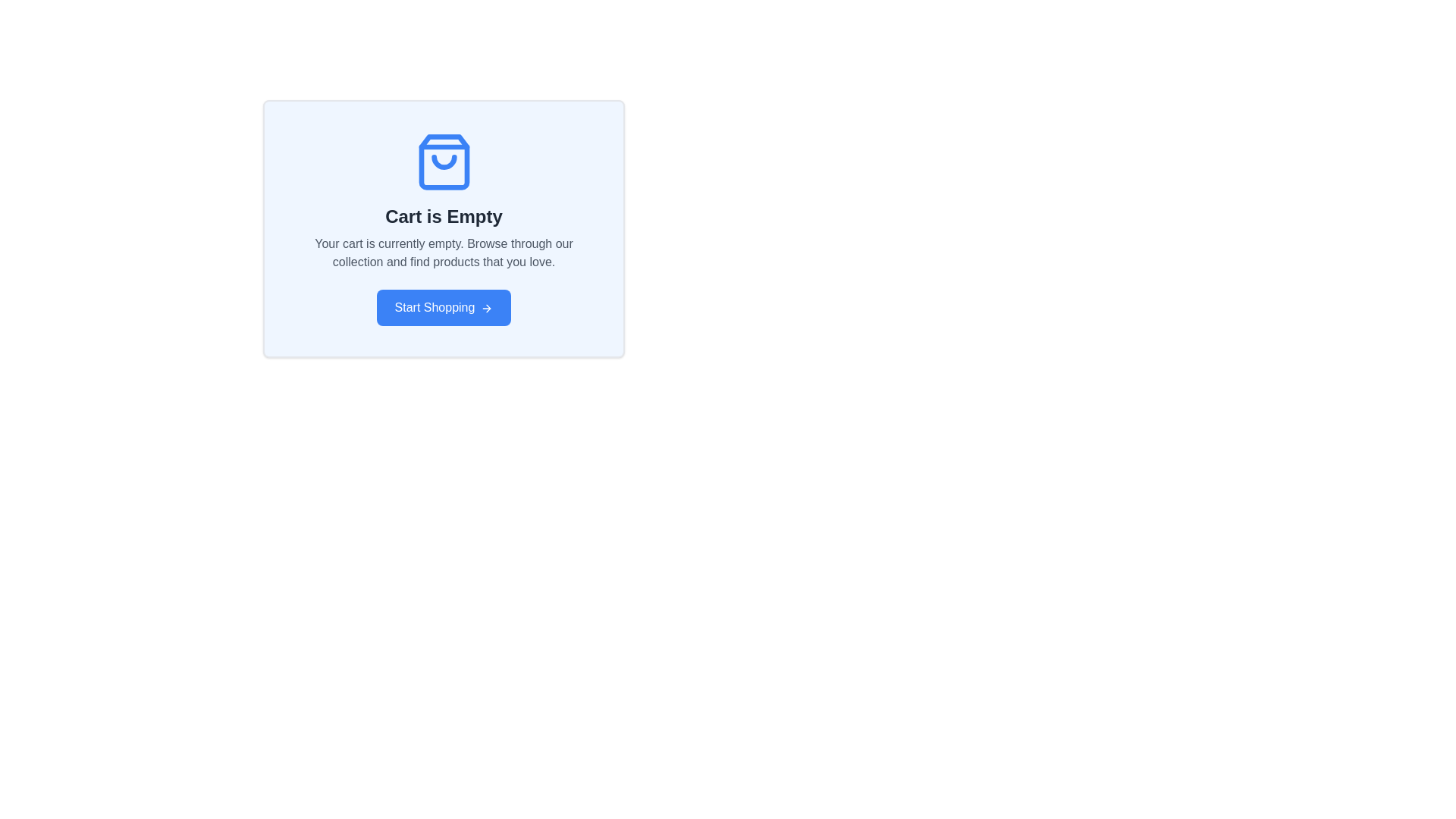 This screenshot has height=819, width=1456. What do you see at coordinates (443, 253) in the screenshot?
I see `the text block that notifies users their cart is empty, positioned below the 'Cart is Empty' heading and above the 'Start Shopping' button` at bounding box center [443, 253].